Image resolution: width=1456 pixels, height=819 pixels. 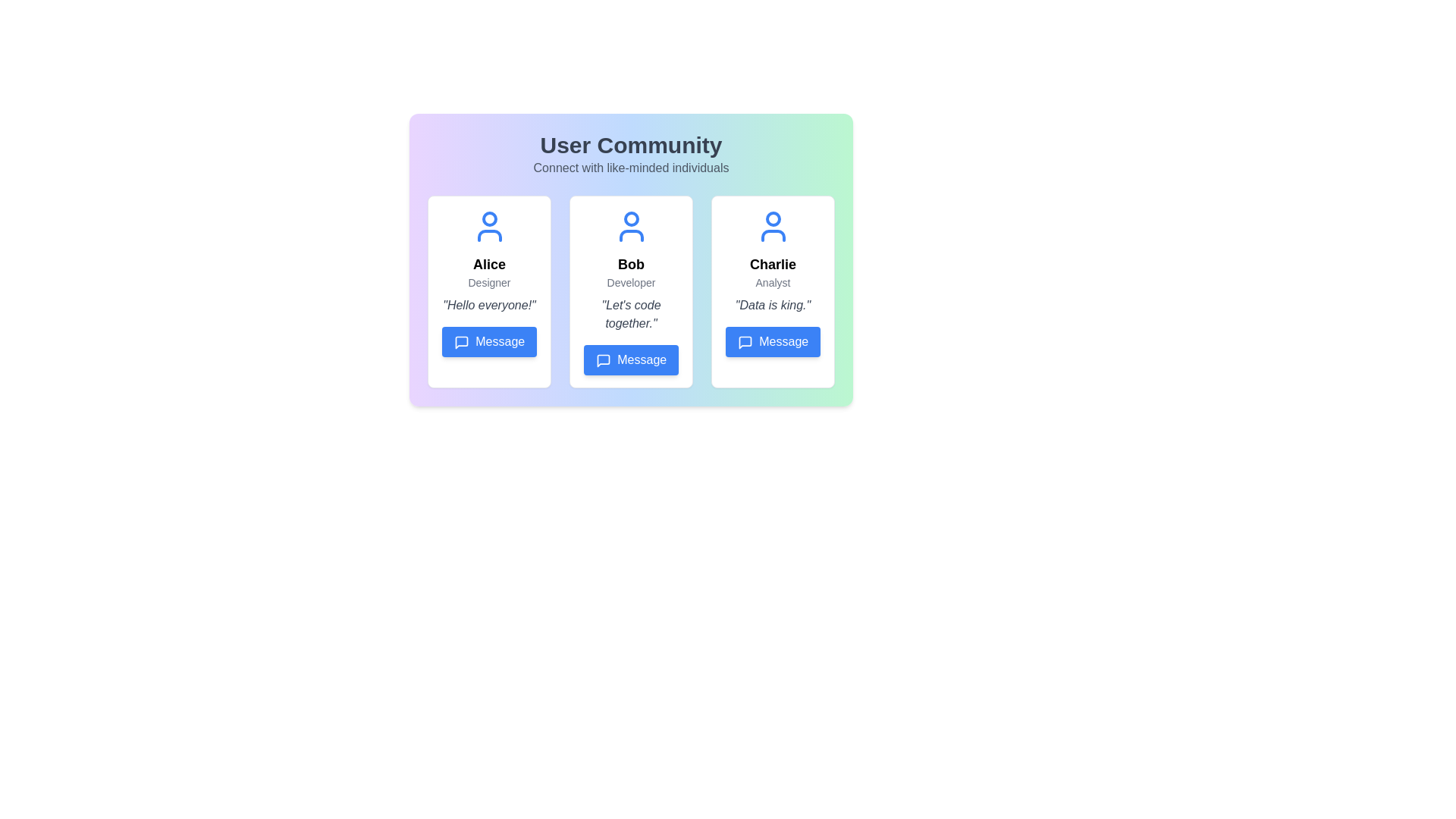 I want to click on the speech bubble icon located within the 'Message' button below the profile card labeled 'Alice', so click(x=460, y=342).